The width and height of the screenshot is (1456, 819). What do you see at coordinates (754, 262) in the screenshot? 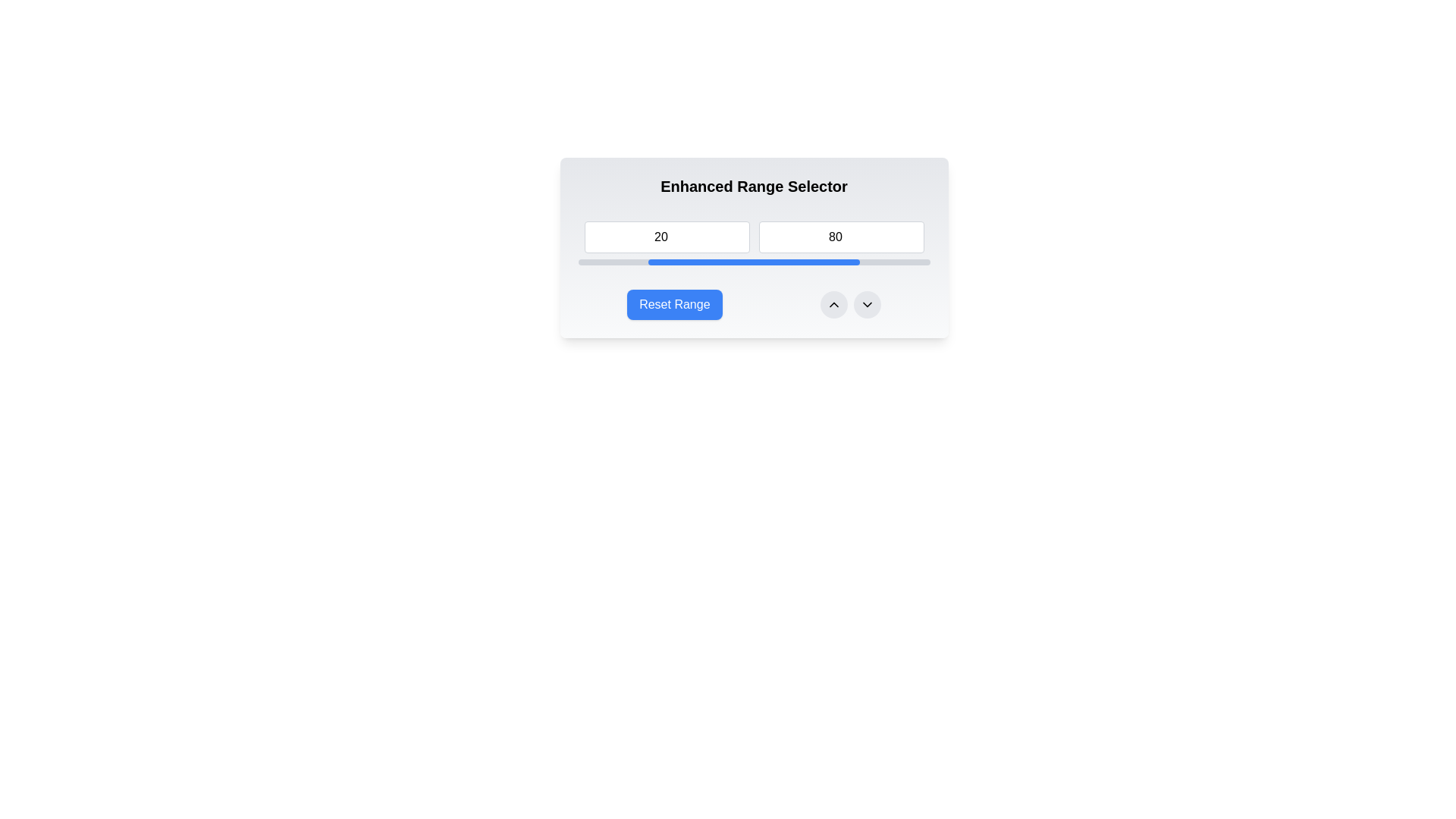
I see `the visual range indicator, which is a blue horizontal bar with rounded ends, centered within a larger gray slider bar located below the numerical input fields labeled '20' and '80'` at bounding box center [754, 262].